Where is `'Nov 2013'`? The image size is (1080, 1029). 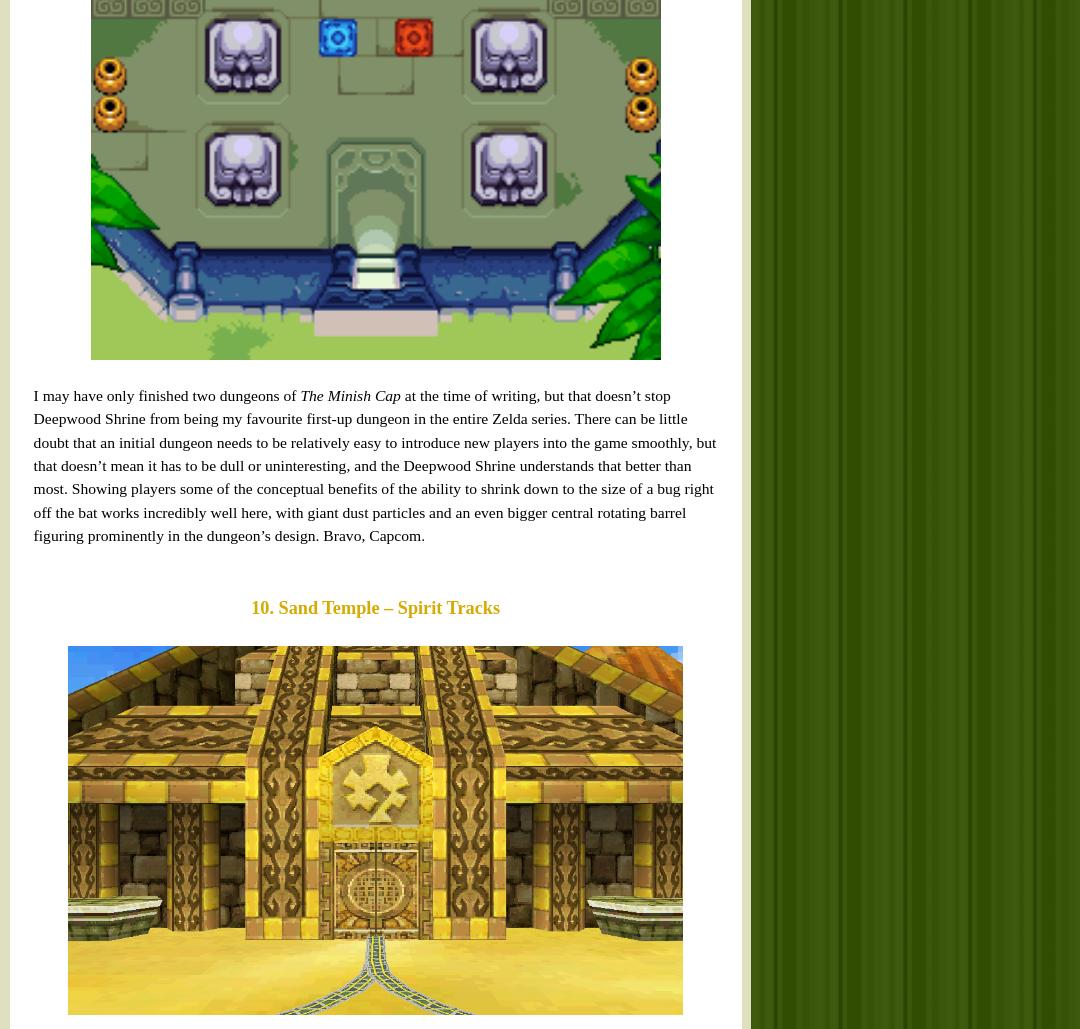
'Nov 2013' is located at coordinates (716, 164).